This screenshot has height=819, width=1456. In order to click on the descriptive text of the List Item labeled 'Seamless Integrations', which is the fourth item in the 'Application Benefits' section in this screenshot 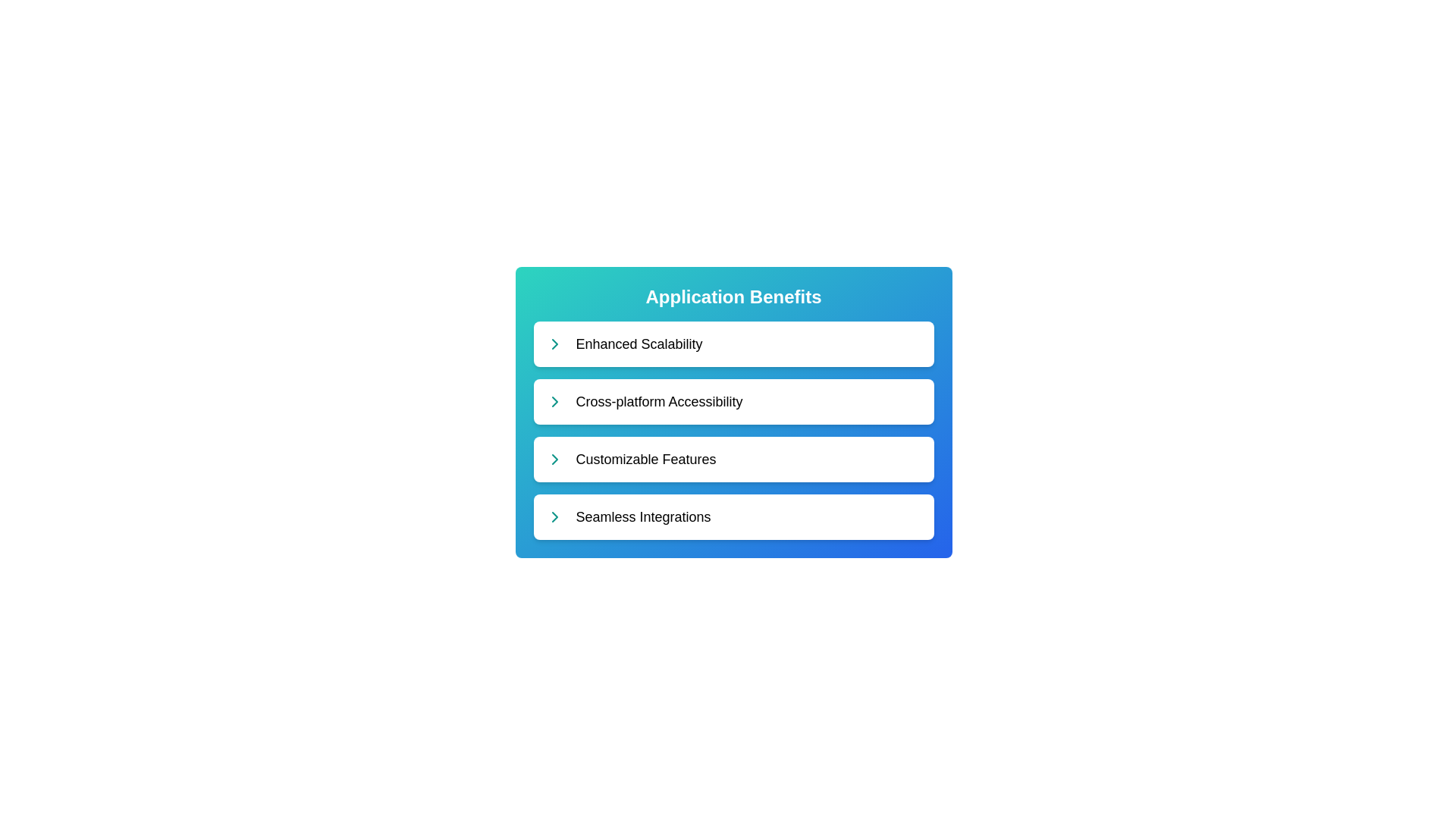, I will do `click(733, 516)`.